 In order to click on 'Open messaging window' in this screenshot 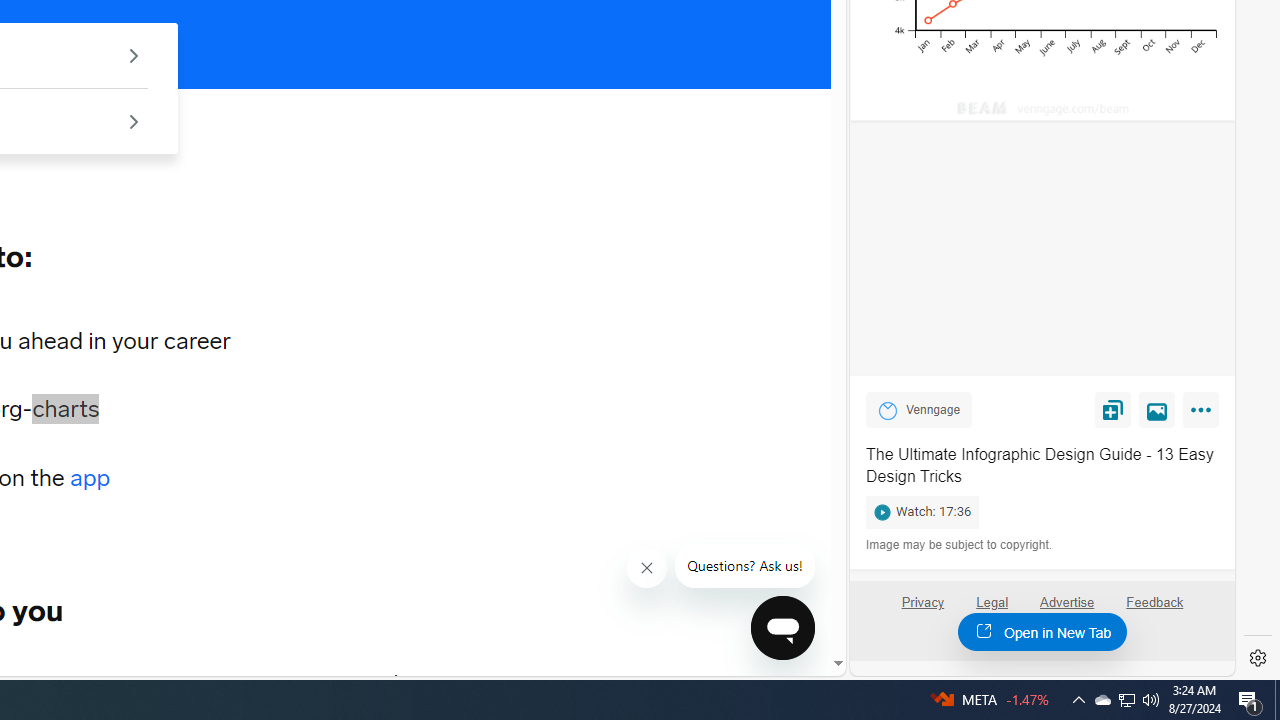, I will do `click(782, 627)`.